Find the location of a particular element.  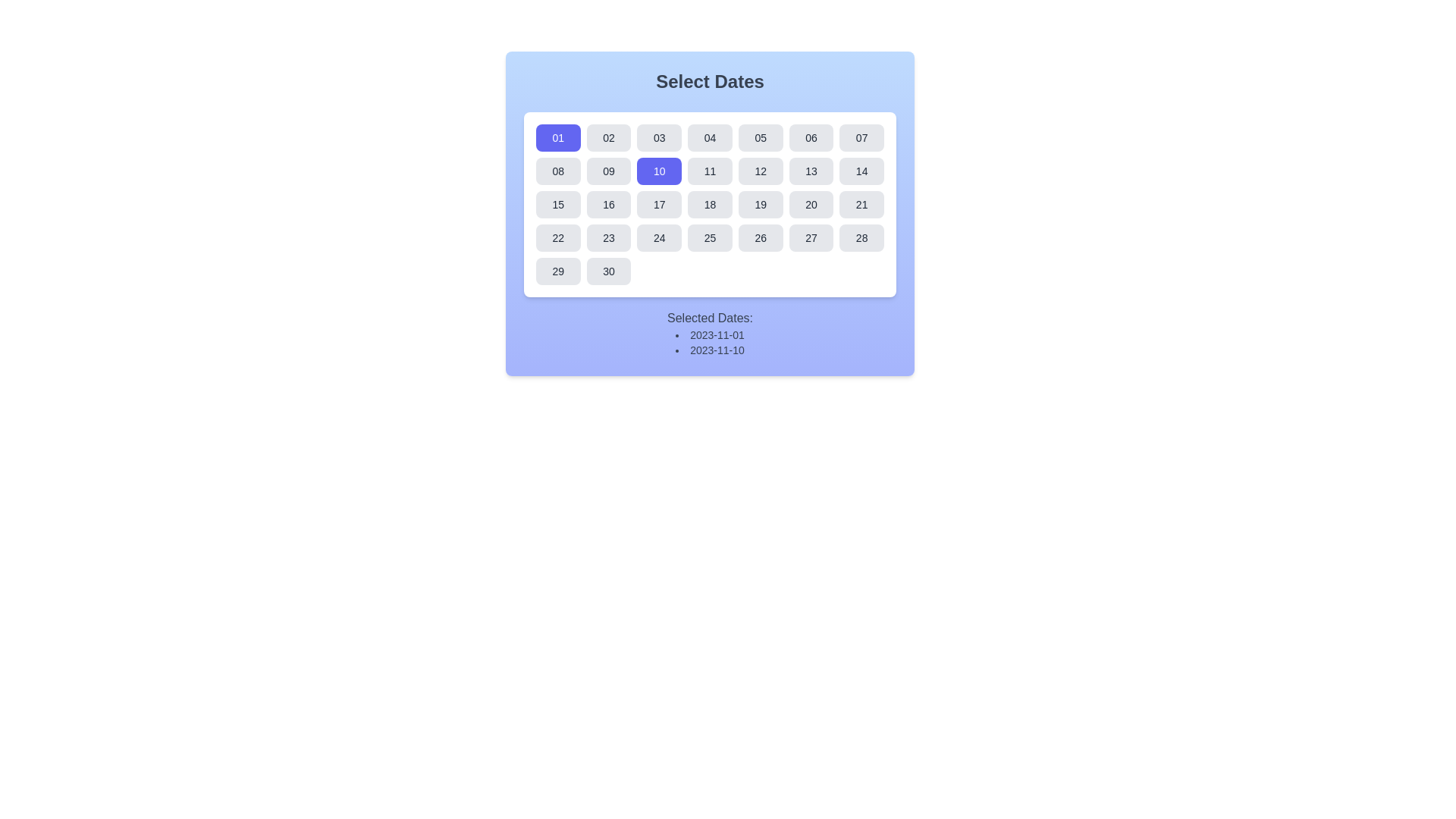

the button labeled '28' in the calendar dialog titled 'Select Dates' is located at coordinates (861, 237).